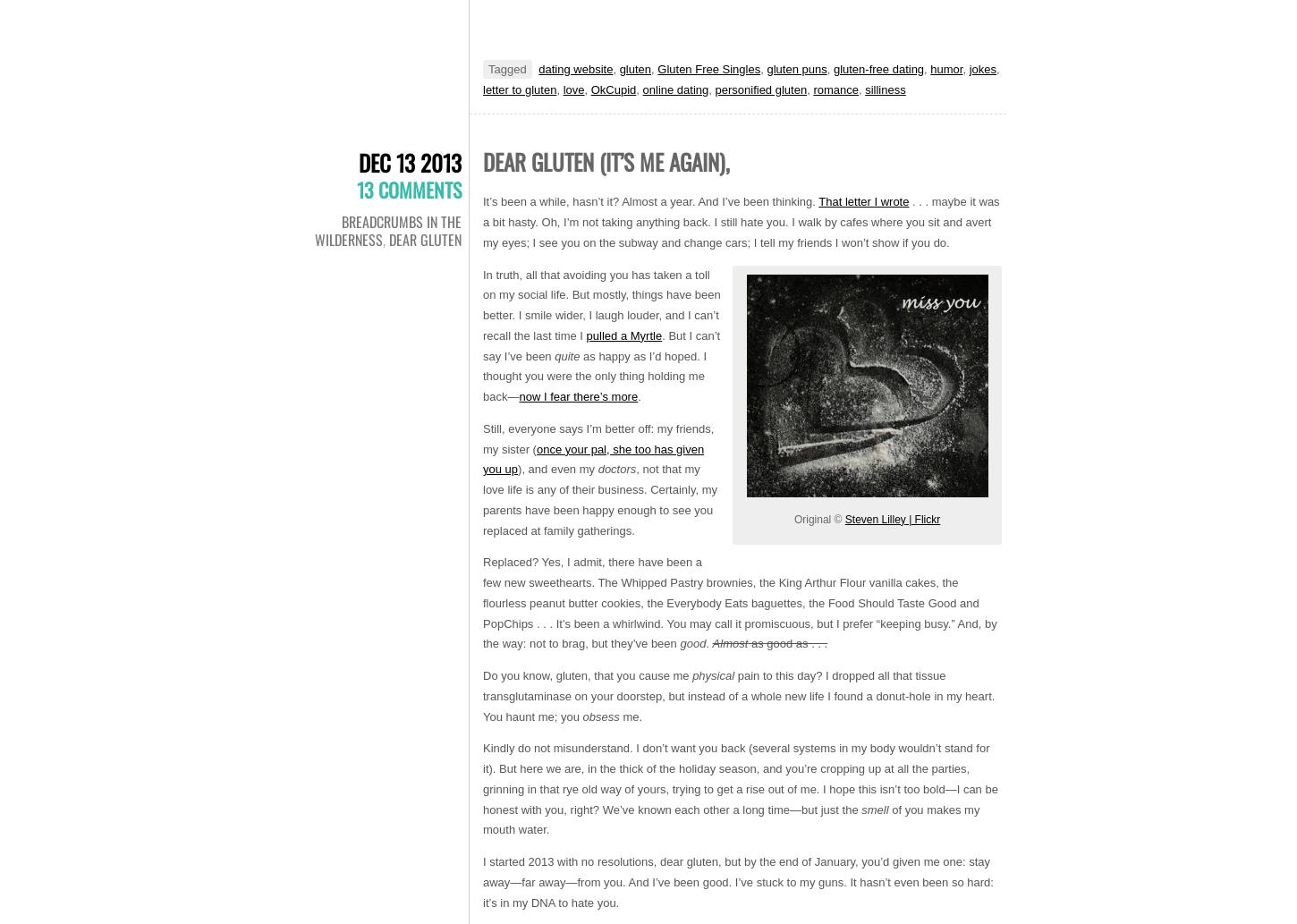  What do you see at coordinates (765, 68) in the screenshot?
I see `'gluten puns'` at bounding box center [765, 68].